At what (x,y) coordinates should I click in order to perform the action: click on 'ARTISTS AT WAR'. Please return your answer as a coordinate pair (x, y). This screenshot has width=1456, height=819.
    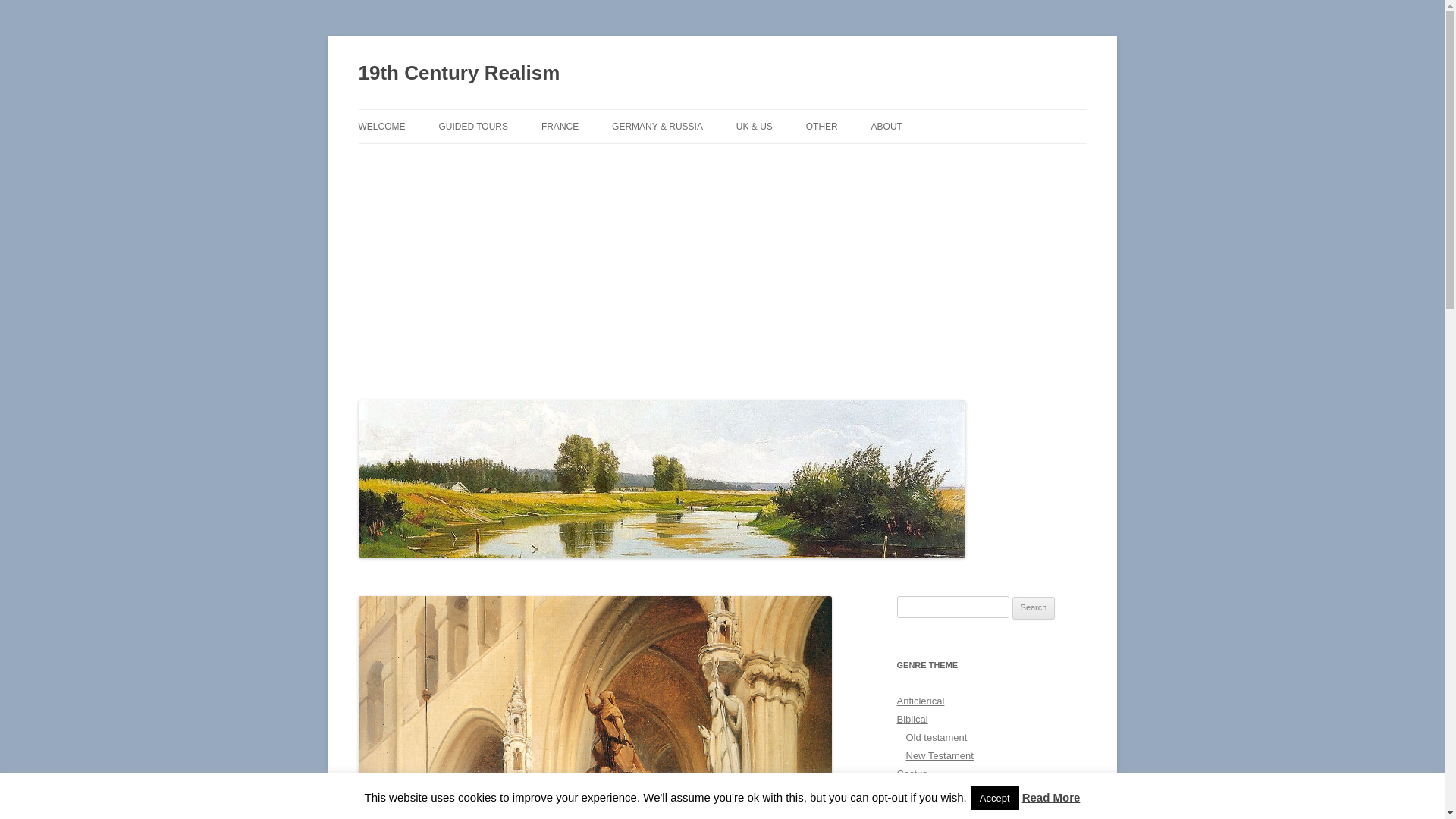
    Looking at the image, I should click on (513, 158).